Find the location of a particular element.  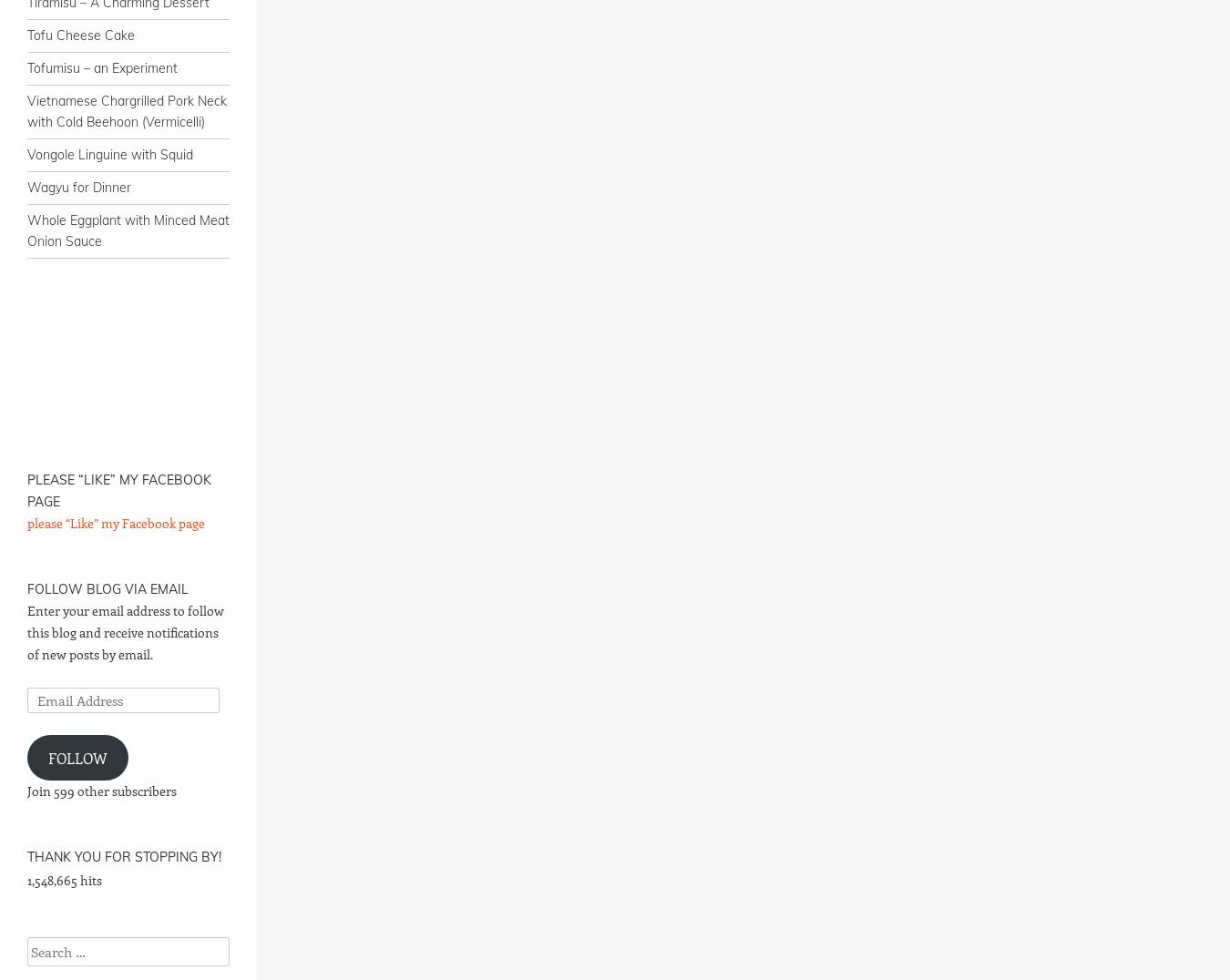

'1,548,665 hits' is located at coordinates (64, 880).